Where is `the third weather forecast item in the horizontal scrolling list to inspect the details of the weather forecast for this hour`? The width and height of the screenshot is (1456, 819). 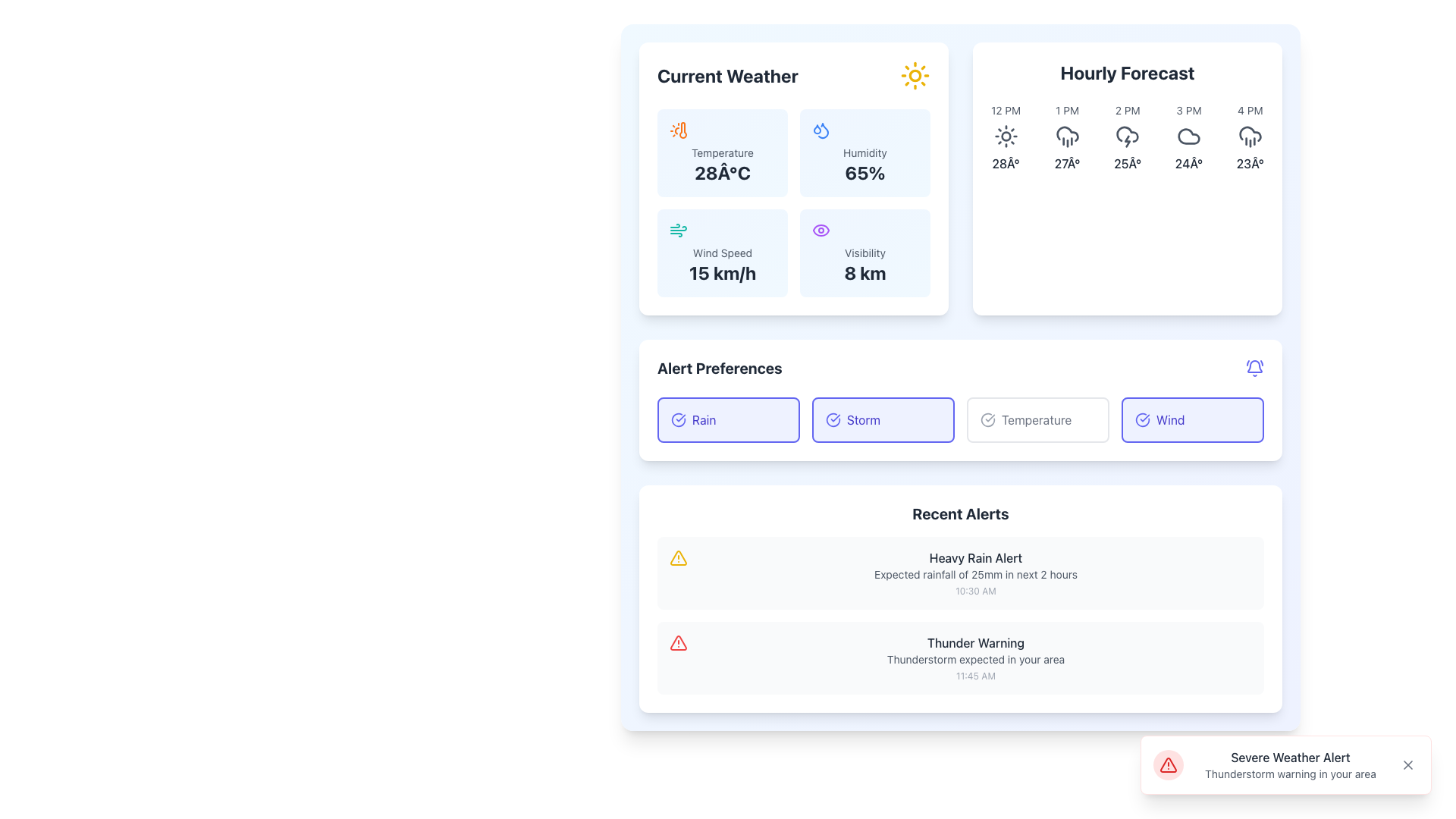 the third weather forecast item in the horizontal scrolling list to inspect the details of the weather forecast for this hour is located at coordinates (1128, 137).